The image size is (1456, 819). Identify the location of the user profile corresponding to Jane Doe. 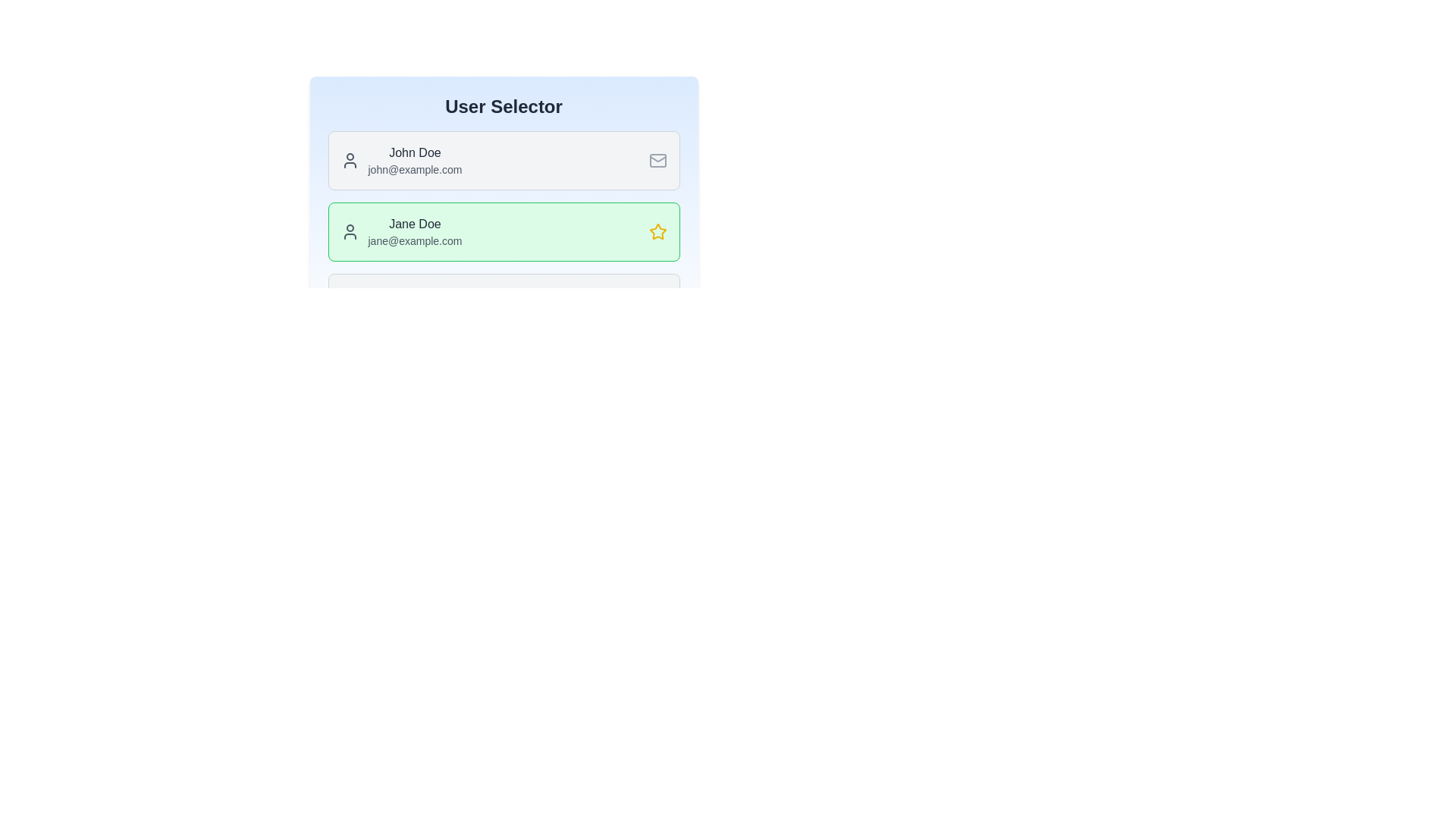
(504, 231).